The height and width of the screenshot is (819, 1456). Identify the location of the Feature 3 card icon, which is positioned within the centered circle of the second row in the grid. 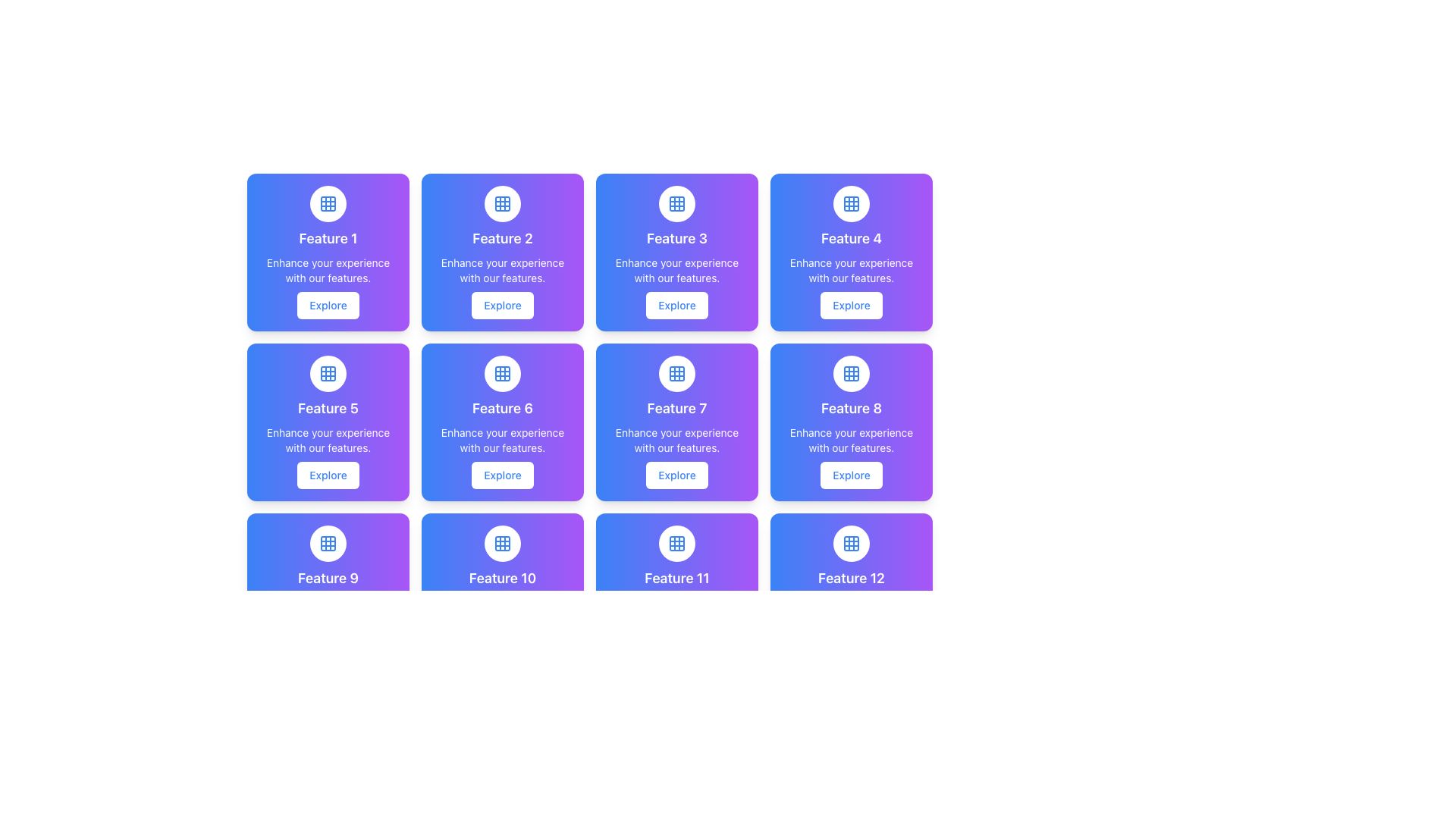
(676, 203).